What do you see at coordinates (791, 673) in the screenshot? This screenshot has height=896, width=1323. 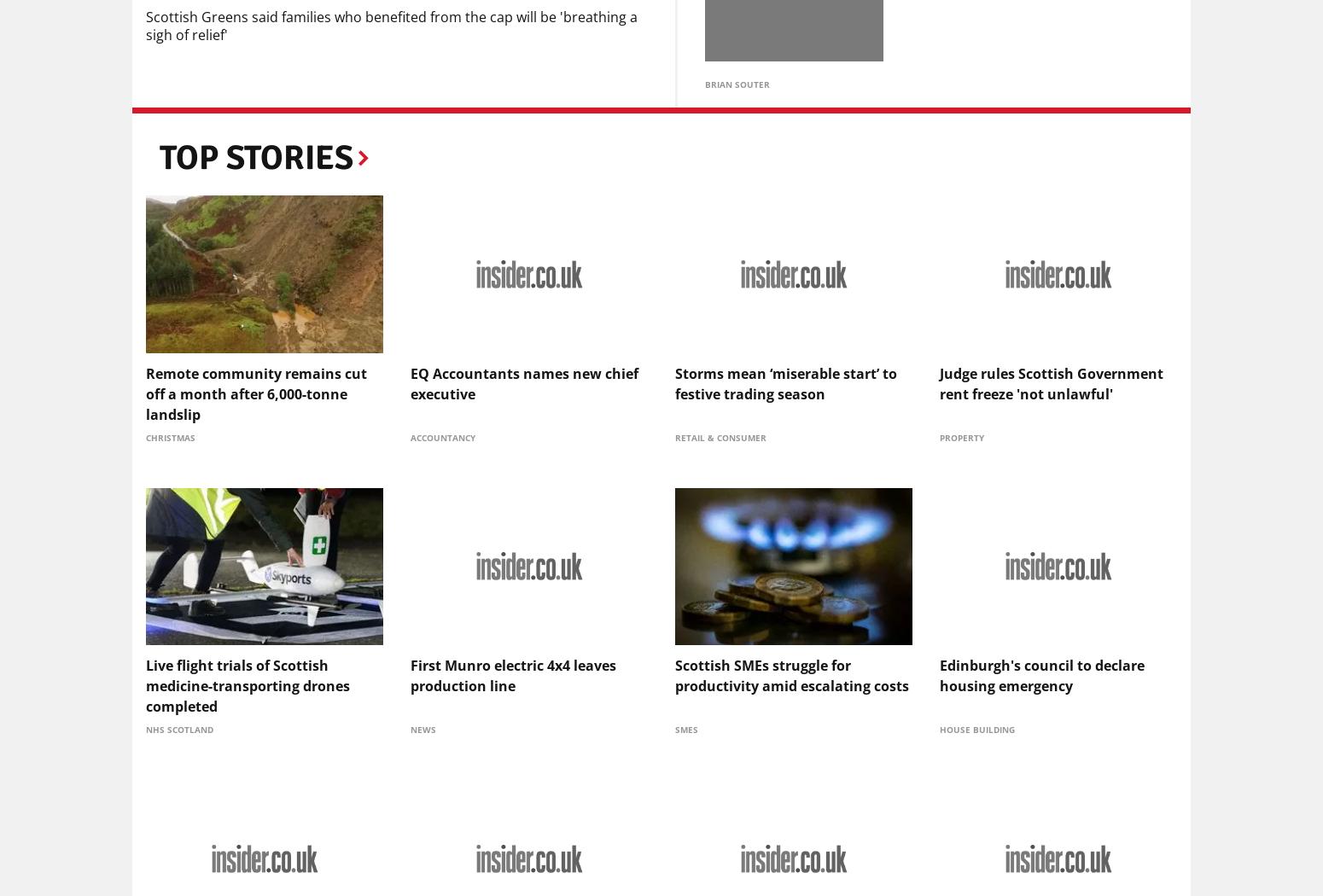 I see `'Scottish SMEs struggle for productivity amid escalating costs'` at bounding box center [791, 673].